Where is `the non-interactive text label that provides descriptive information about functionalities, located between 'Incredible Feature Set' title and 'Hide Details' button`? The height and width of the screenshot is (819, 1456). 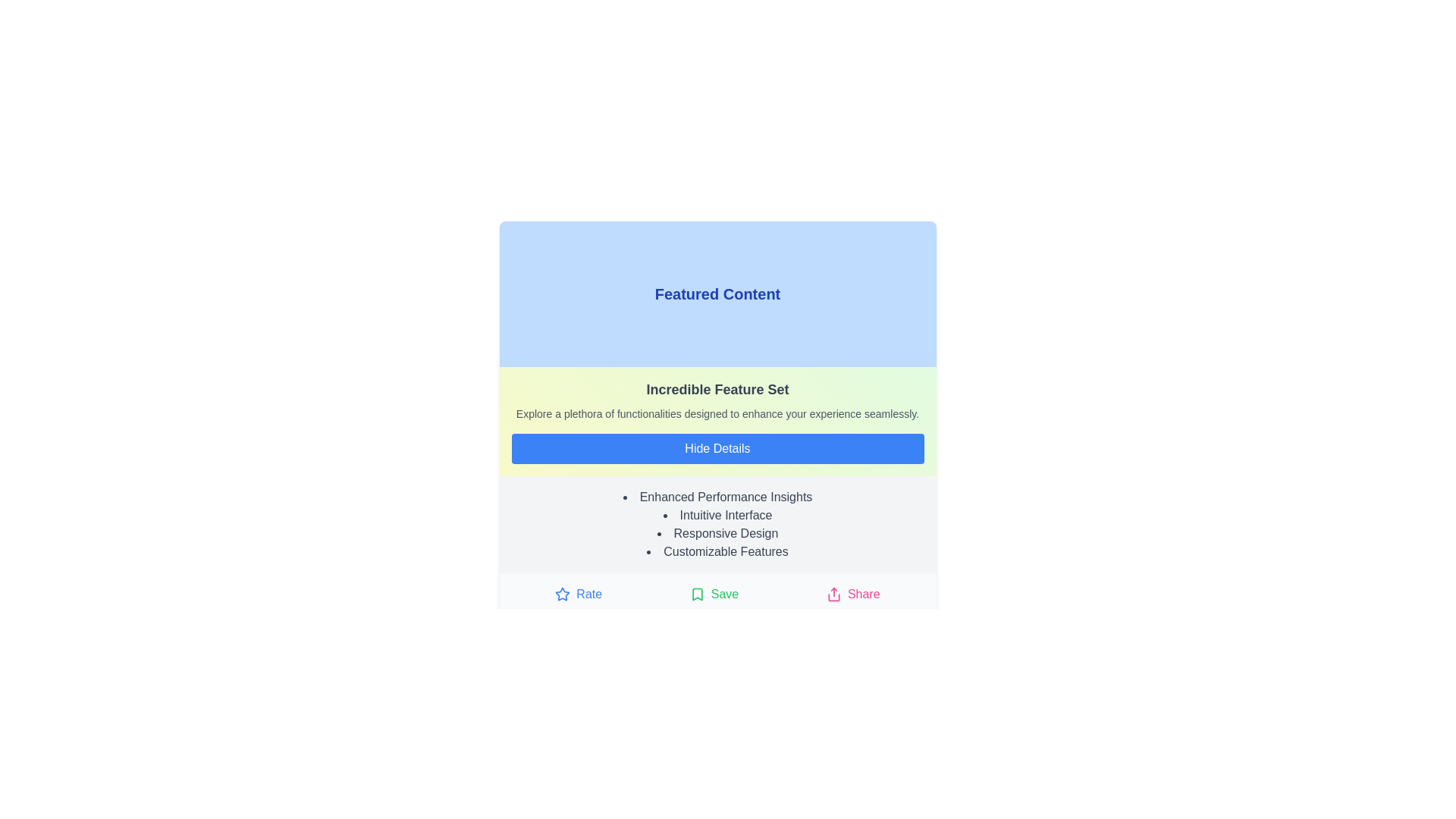
the non-interactive text label that provides descriptive information about functionalities, located between 'Incredible Feature Set' title and 'Hide Details' button is located at coordinates (717, 414).